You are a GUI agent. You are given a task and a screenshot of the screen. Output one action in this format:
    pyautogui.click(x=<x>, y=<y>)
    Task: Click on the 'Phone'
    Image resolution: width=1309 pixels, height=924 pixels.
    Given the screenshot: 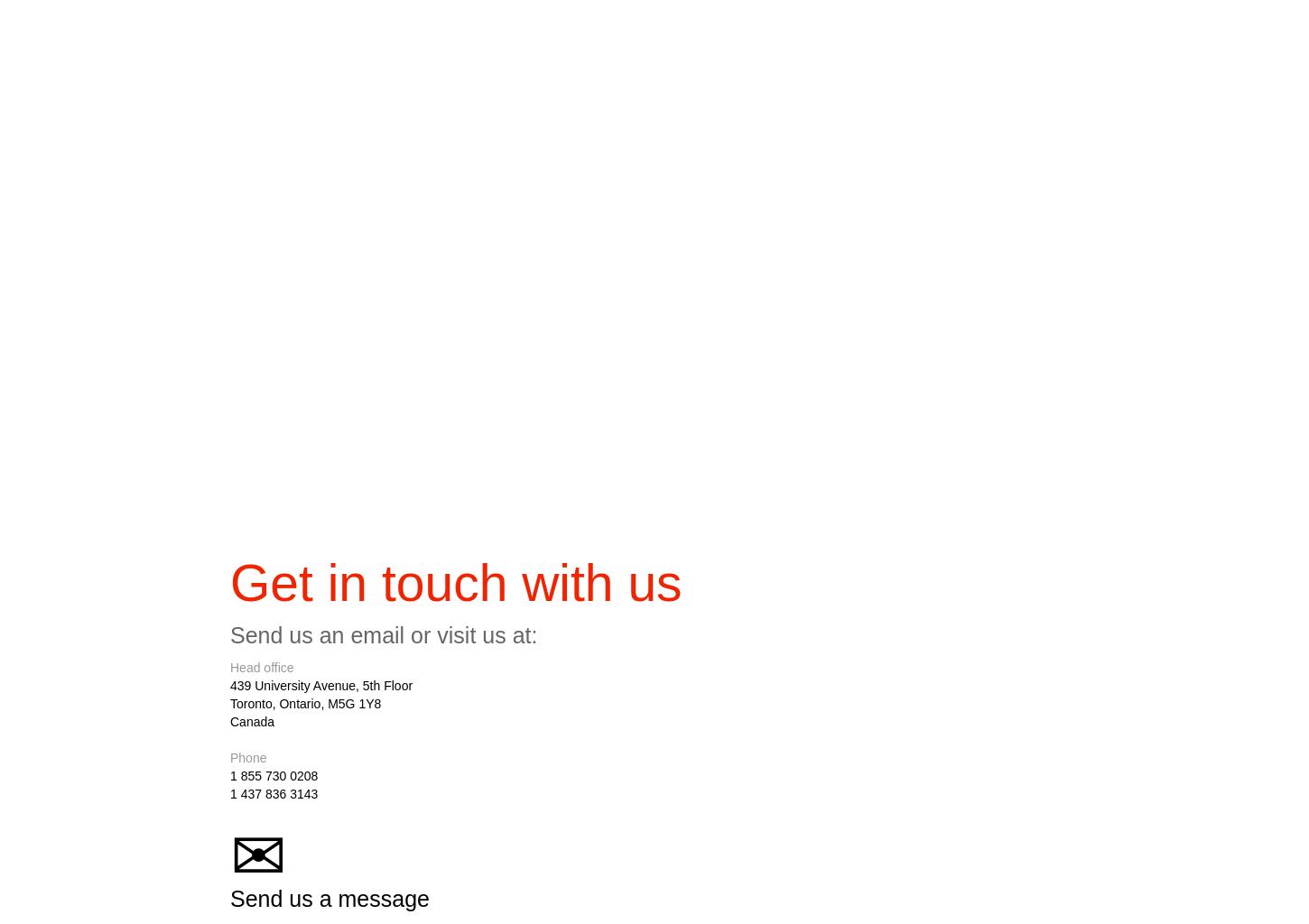 What is the action you would take?
    pyautogui.click(x=248, y=762)
    